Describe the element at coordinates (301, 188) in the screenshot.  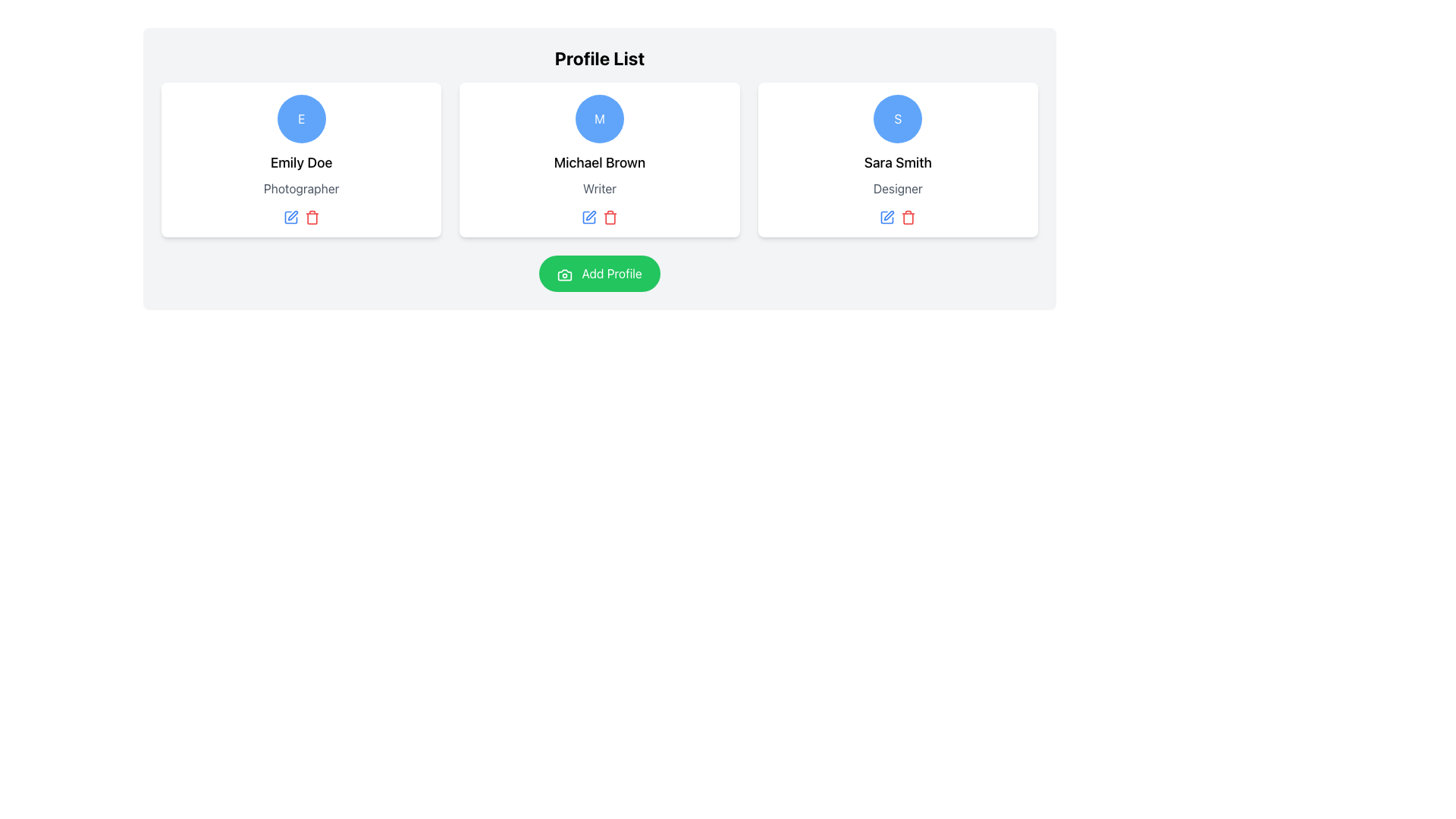
I see `the static text label displaying 'Photographer' located under 'Emily Doe' in the first profile card of the 'Profile List' section` at that location.